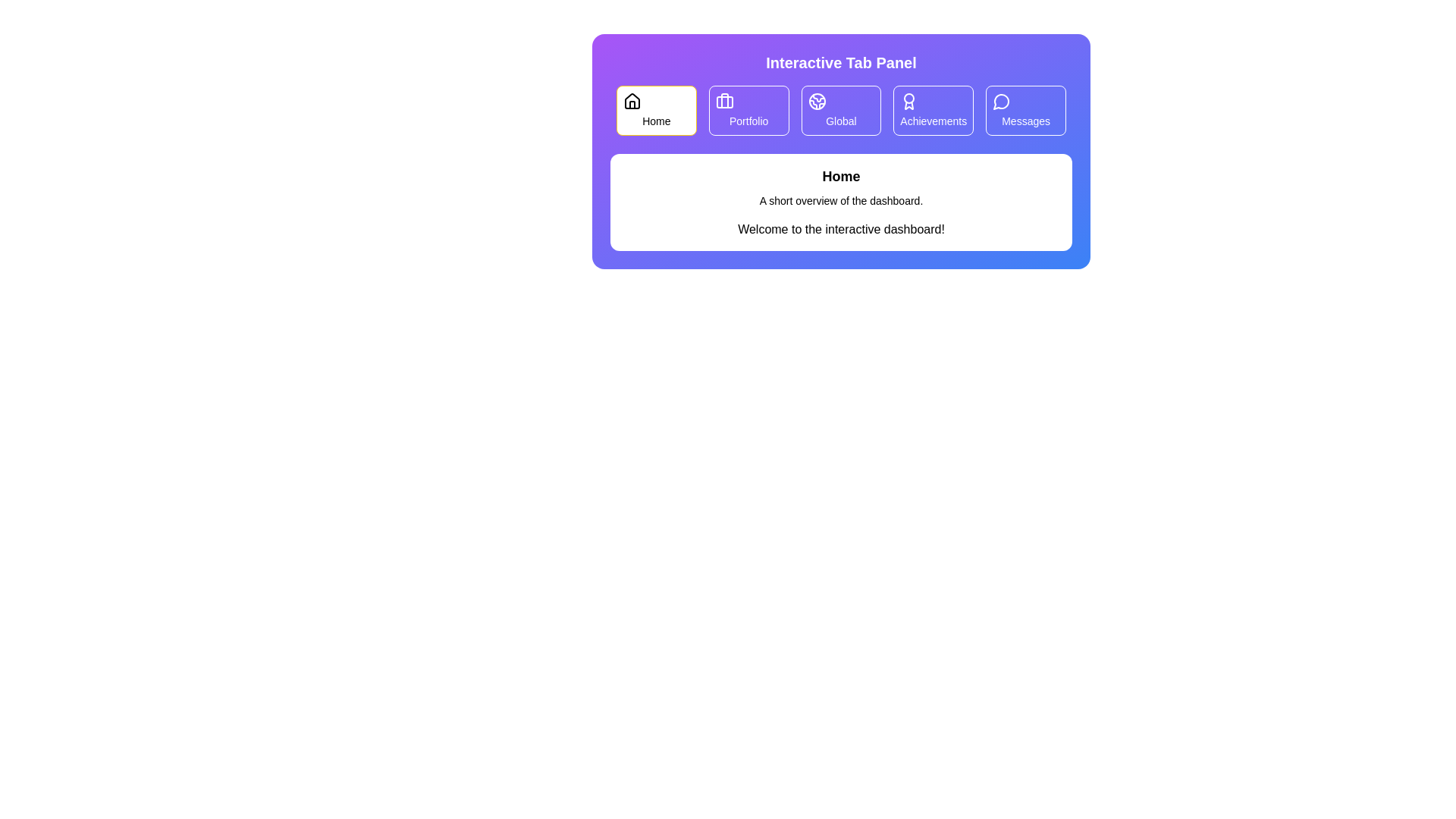  What do you see at coordinates (933, 120) in the screenshot?
I see `the text label associated with the fourth button in the navigation bar` at bounding box center [933, 120].